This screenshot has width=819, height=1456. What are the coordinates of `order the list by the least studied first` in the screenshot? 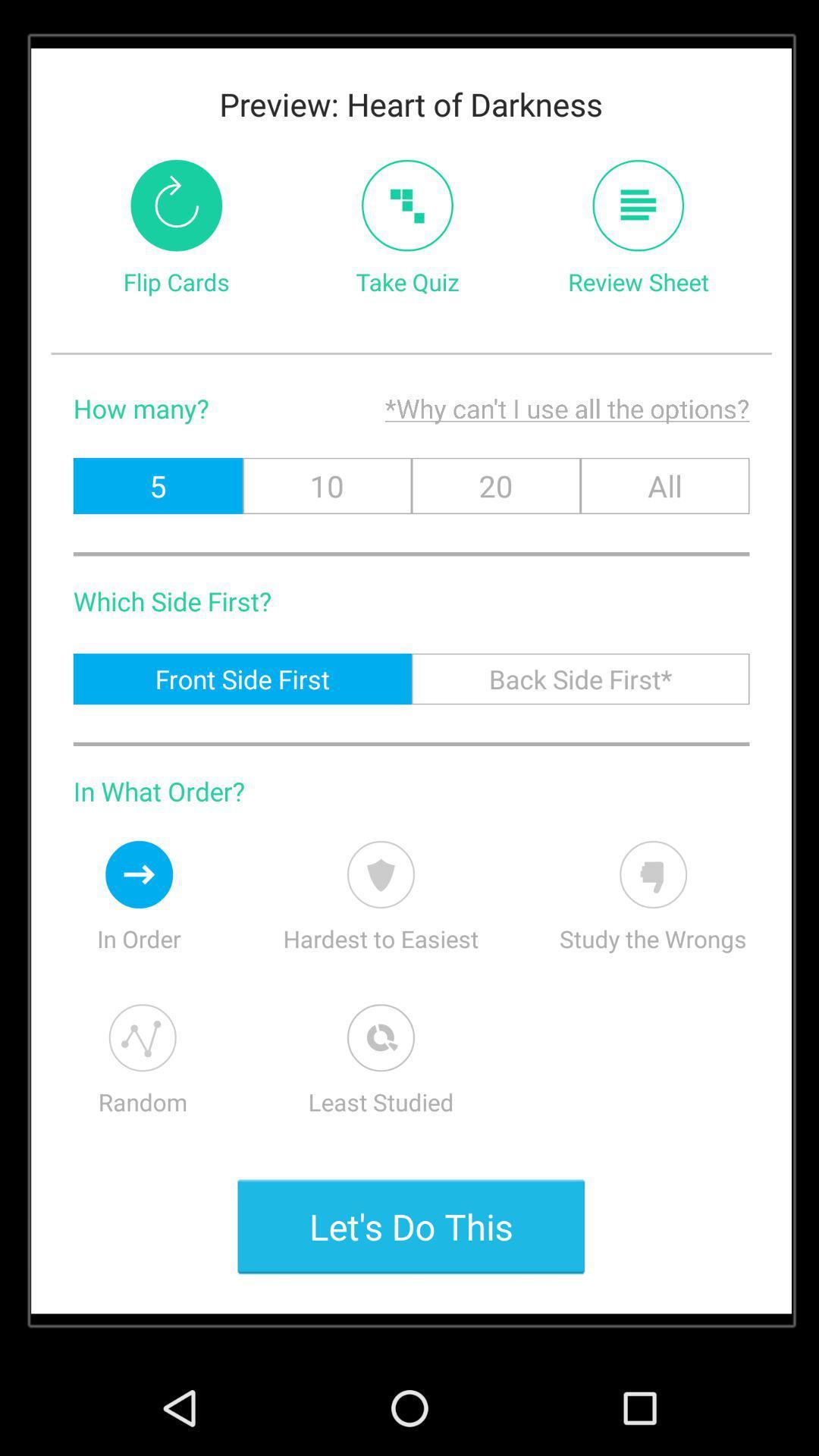 It's located at (380, 1037).